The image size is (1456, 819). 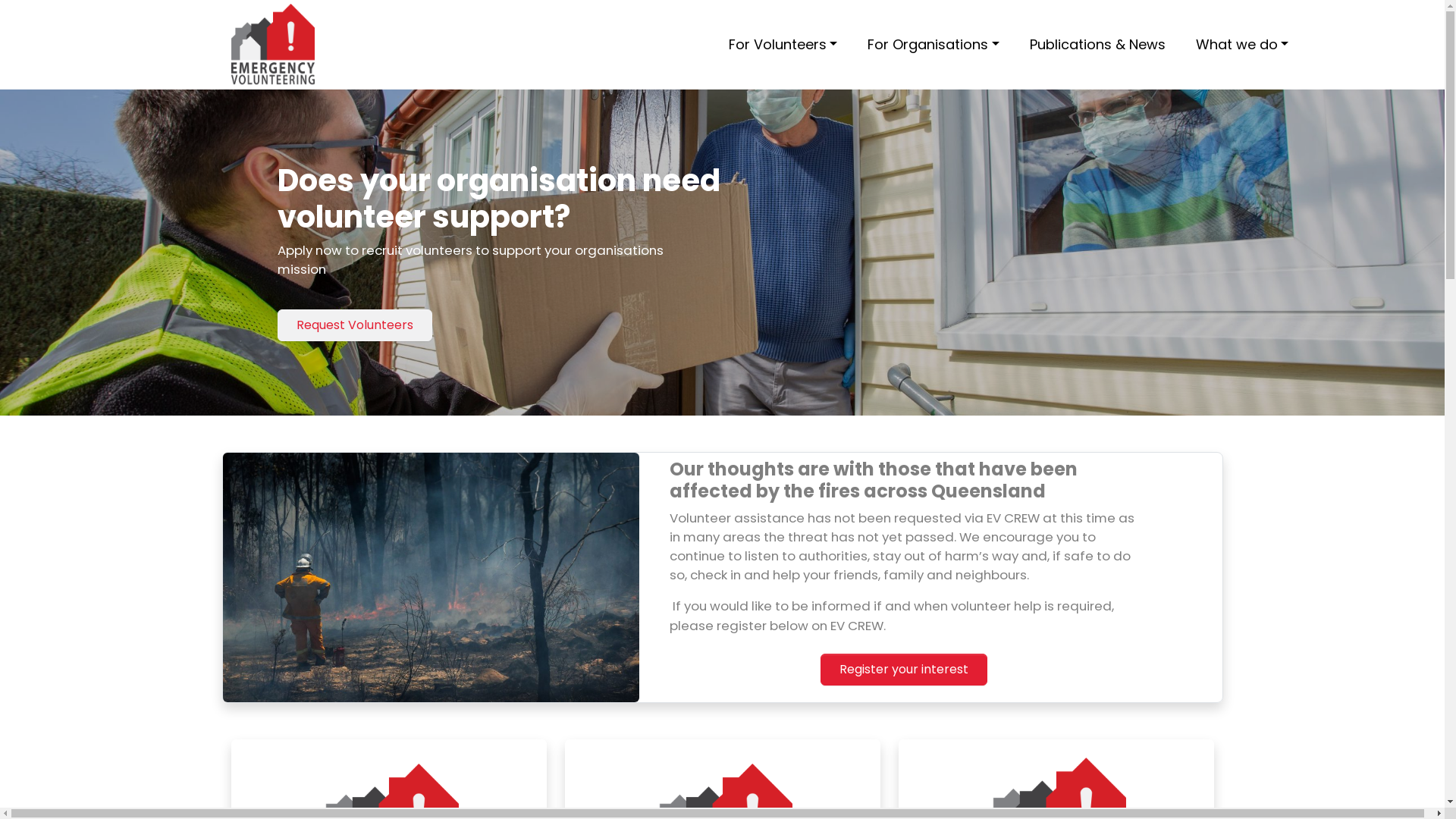 I want to click on 'What we do', so click(x=1242, y=43).